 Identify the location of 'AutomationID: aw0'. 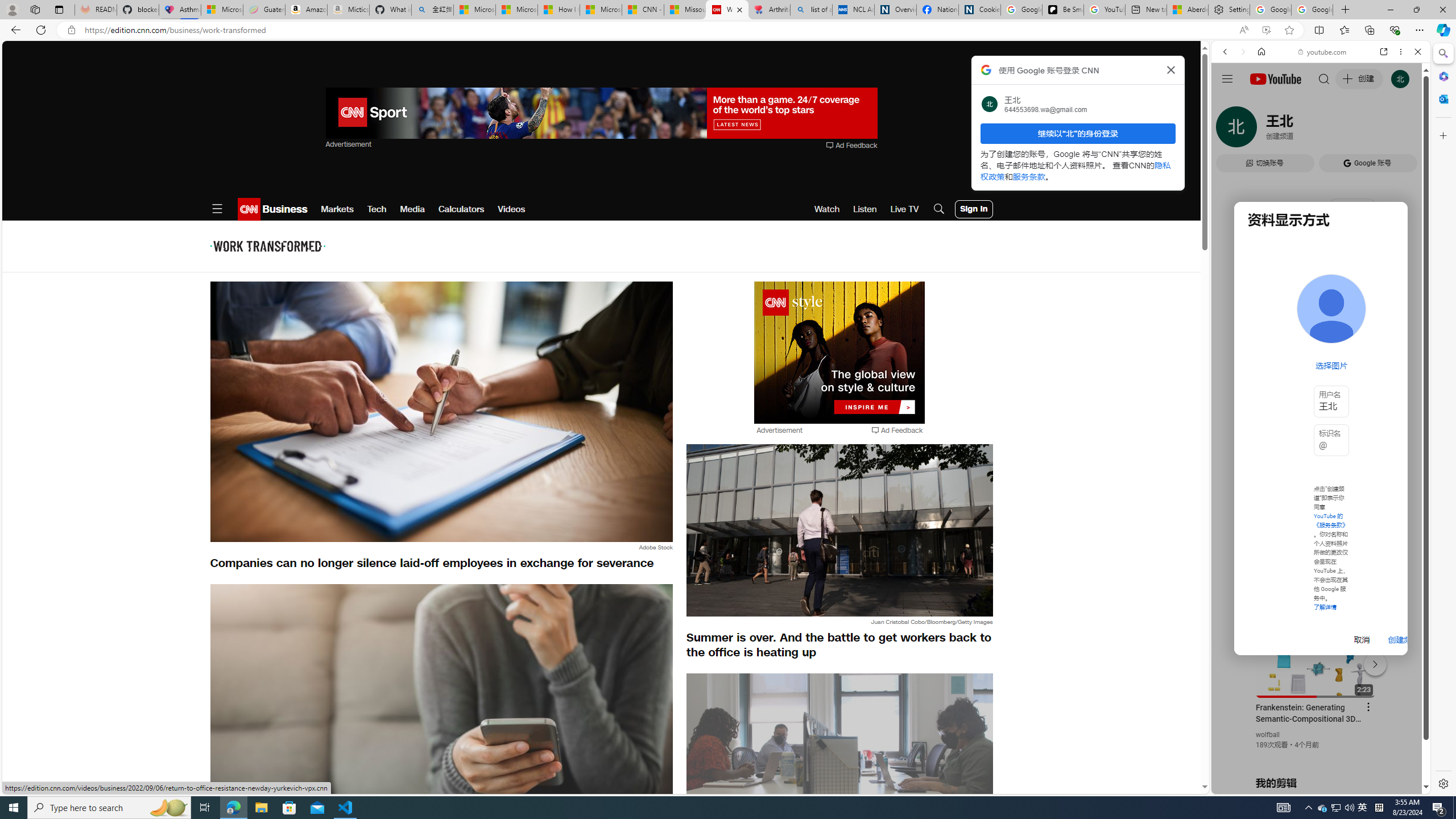
(839, 353).